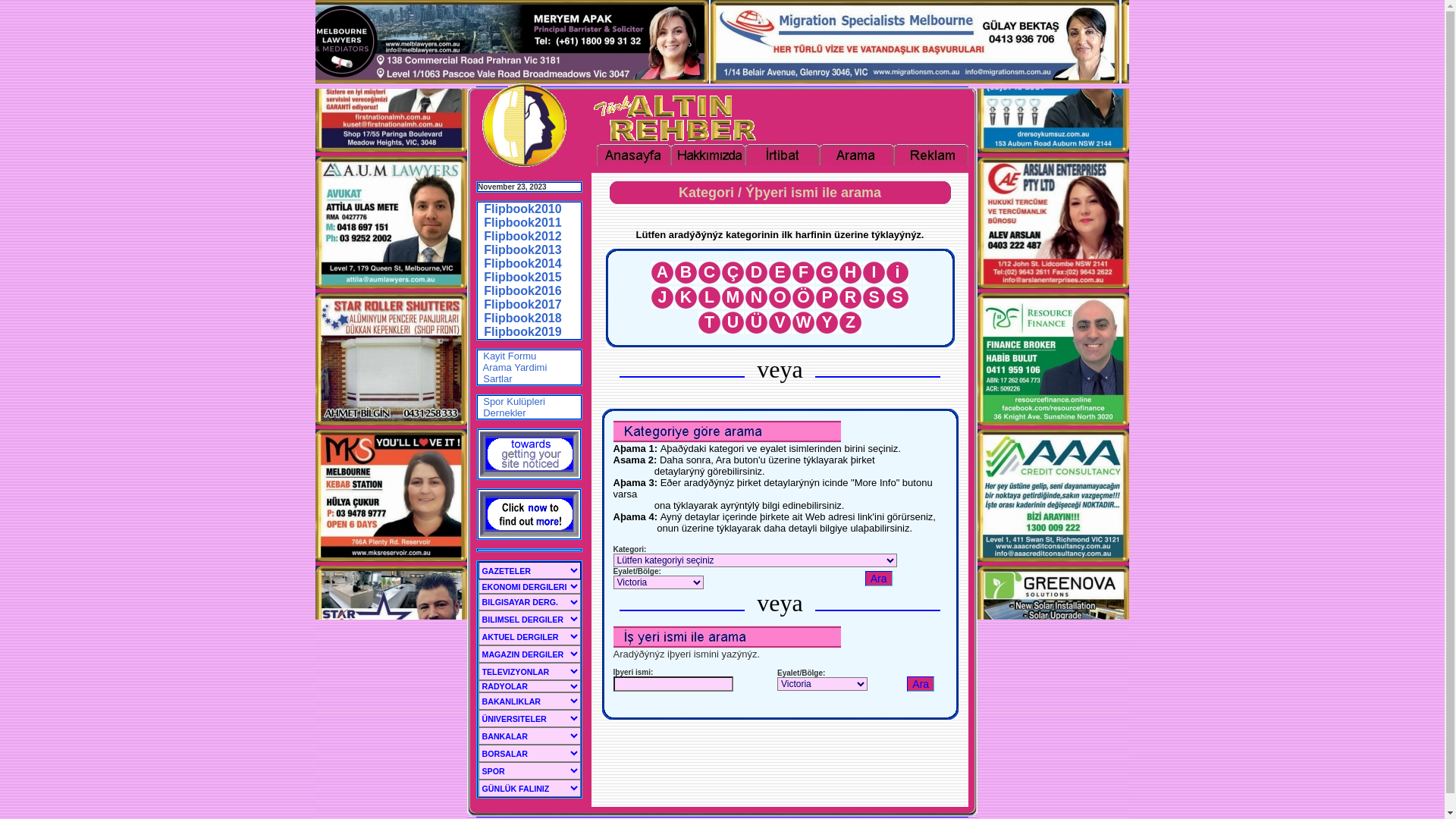  Describe the element at coordinates (850, 300) in the screenshot. I see `'R'` at that location.